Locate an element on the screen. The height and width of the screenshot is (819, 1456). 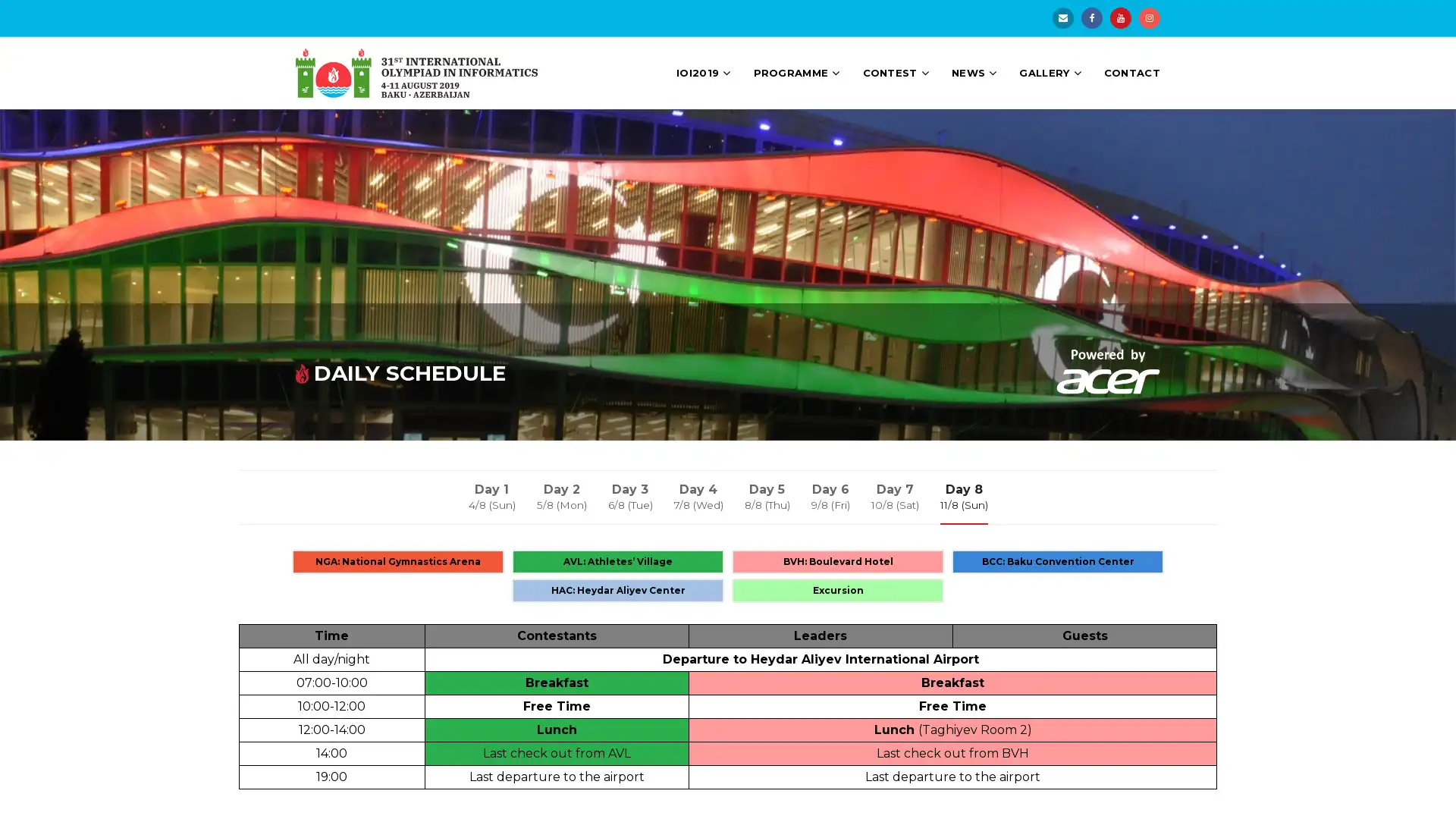
HAC: Heydar Aliyev Center is located at coordinates (618, 590).